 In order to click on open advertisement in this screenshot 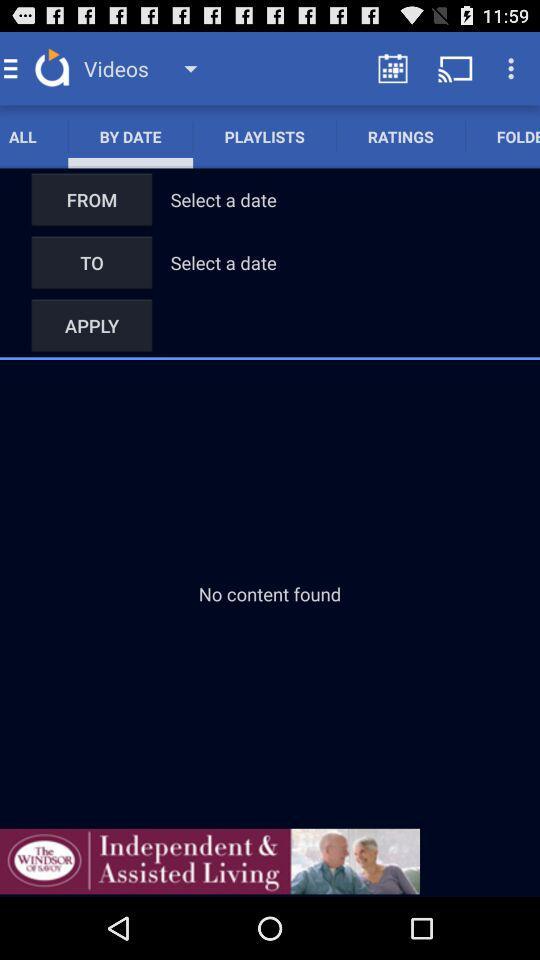, I will do `click(209, 860)`.